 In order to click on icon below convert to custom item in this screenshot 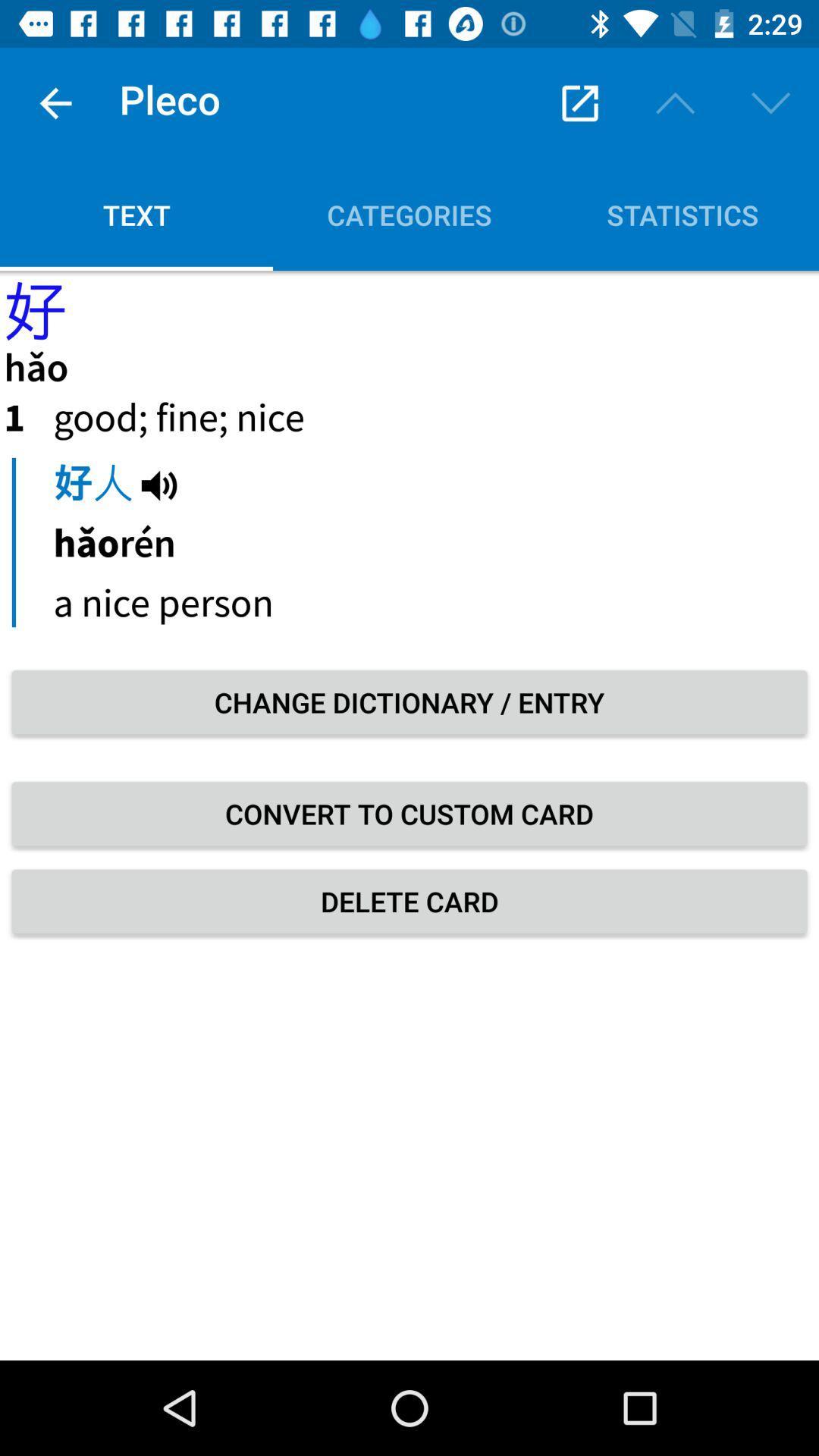, I will do `click(409, 901)`.